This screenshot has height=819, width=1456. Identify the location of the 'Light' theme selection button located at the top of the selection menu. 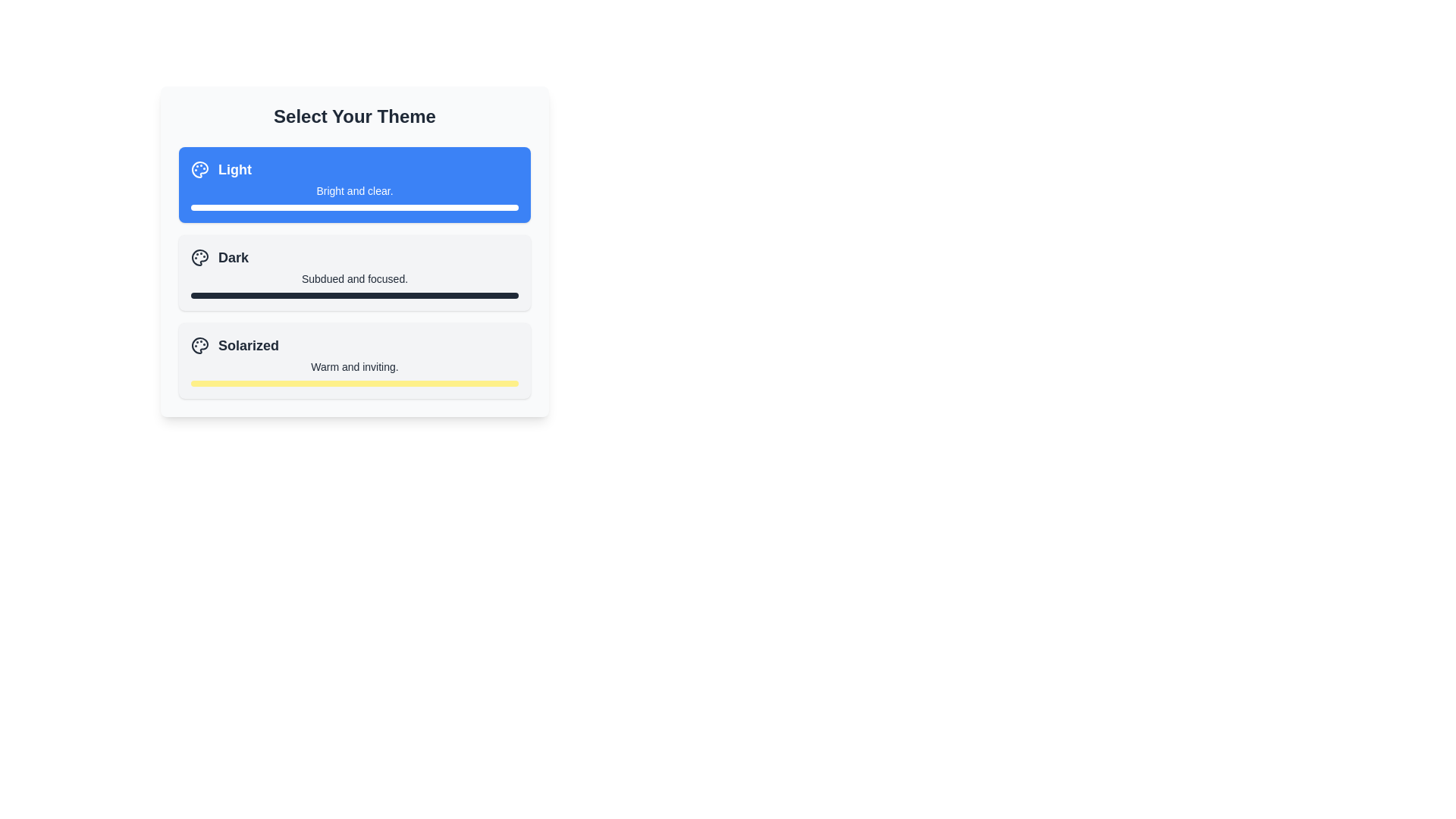
(353, 169).